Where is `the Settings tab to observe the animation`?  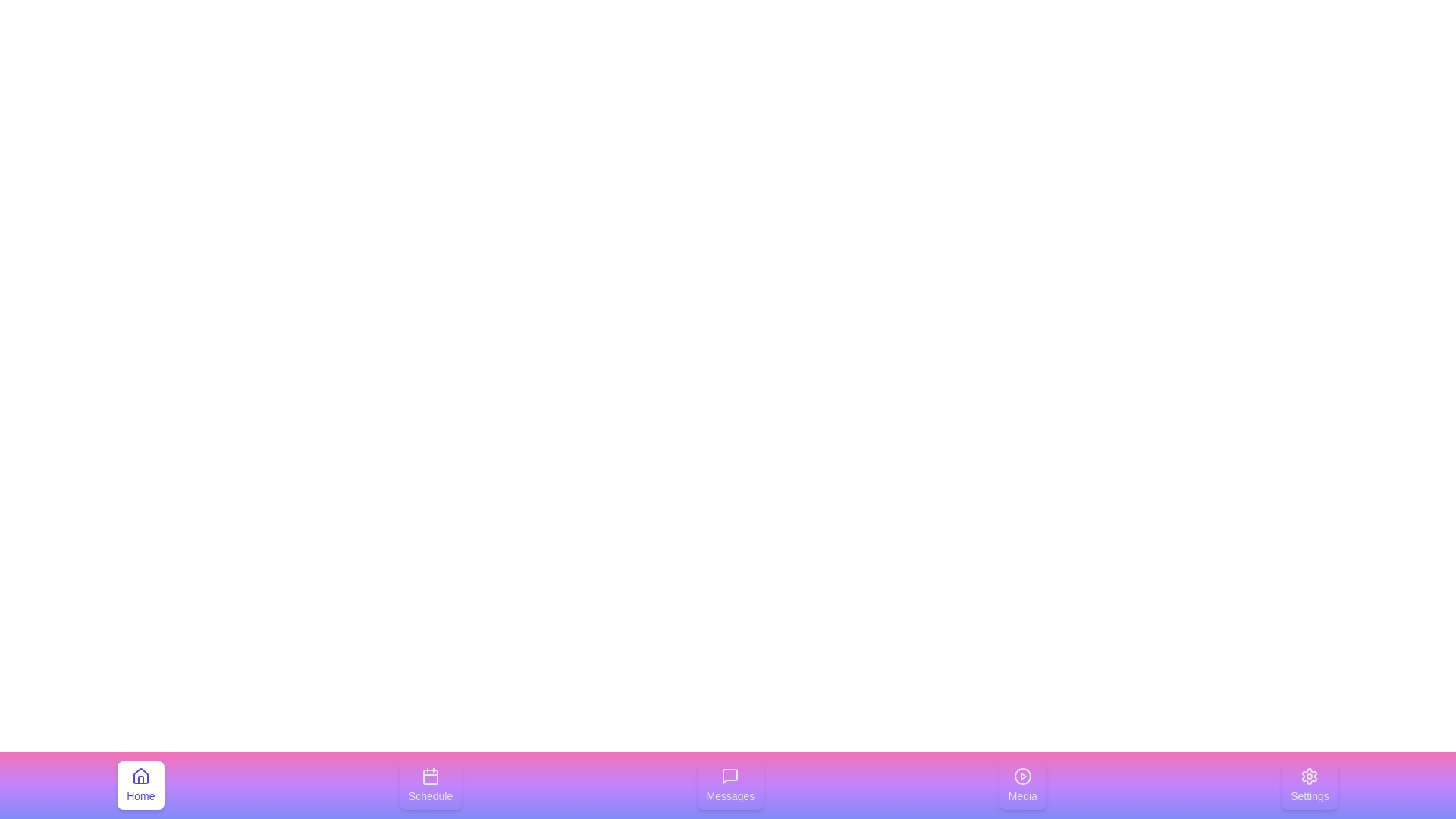
the Settings tab to observe the animation is located at coordinates (1309, 785).